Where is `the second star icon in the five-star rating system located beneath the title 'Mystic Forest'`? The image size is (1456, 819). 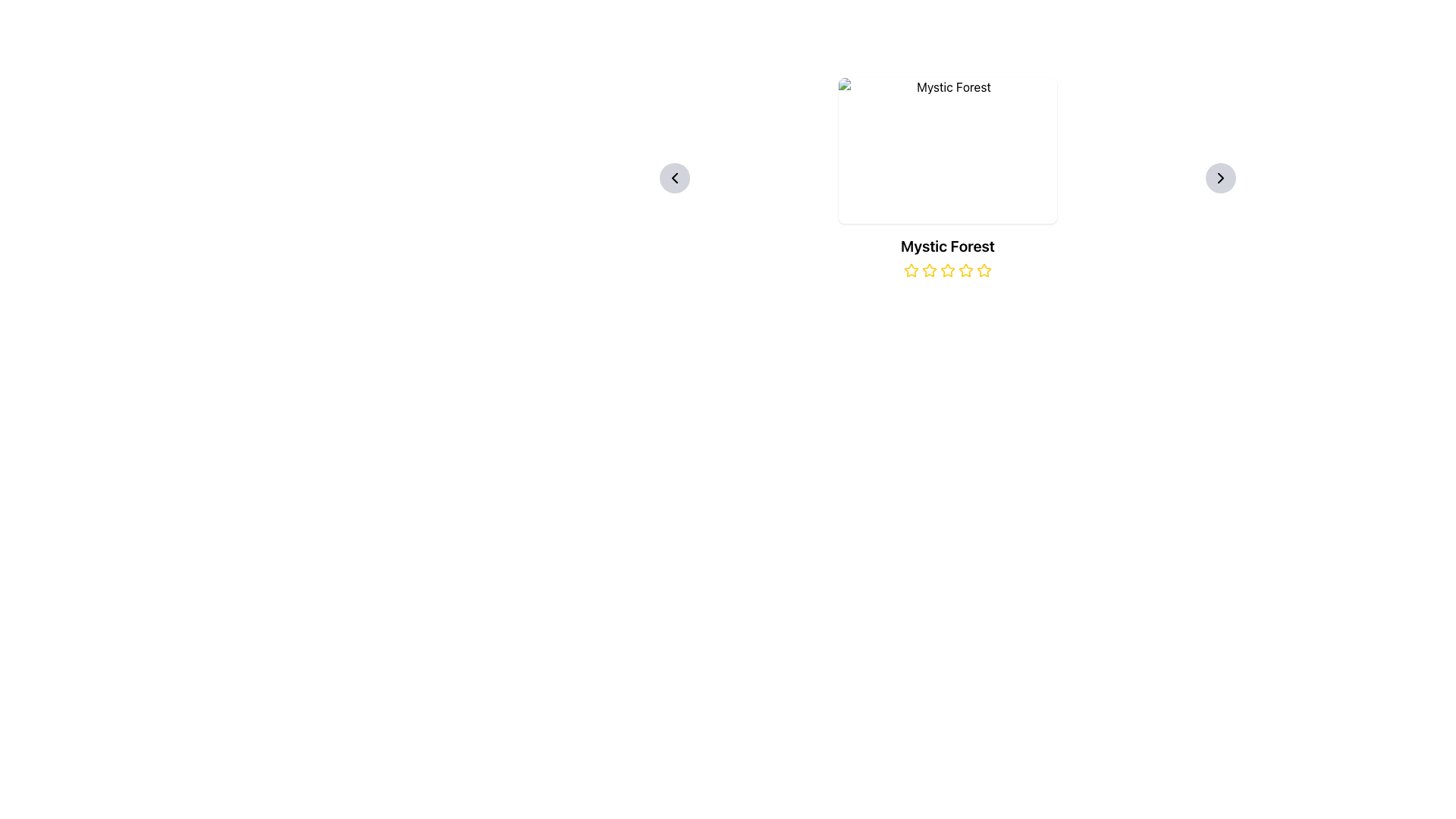 the second star icon in the five-star rating system located beneath the title 'Mystic Forest' is located at coordinates (928, 270).